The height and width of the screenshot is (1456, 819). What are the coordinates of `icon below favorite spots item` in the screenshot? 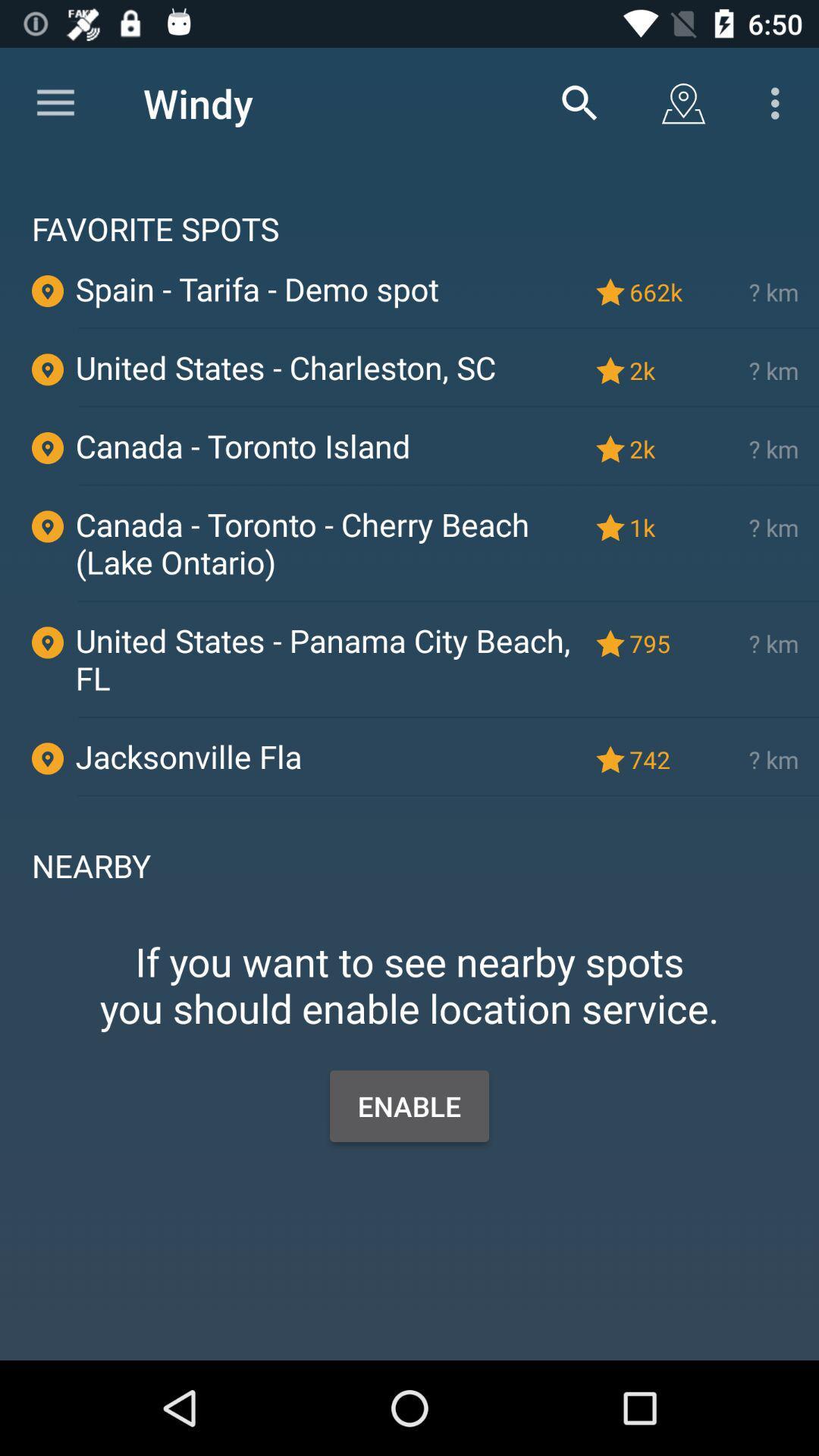 It's located at (658, 292).